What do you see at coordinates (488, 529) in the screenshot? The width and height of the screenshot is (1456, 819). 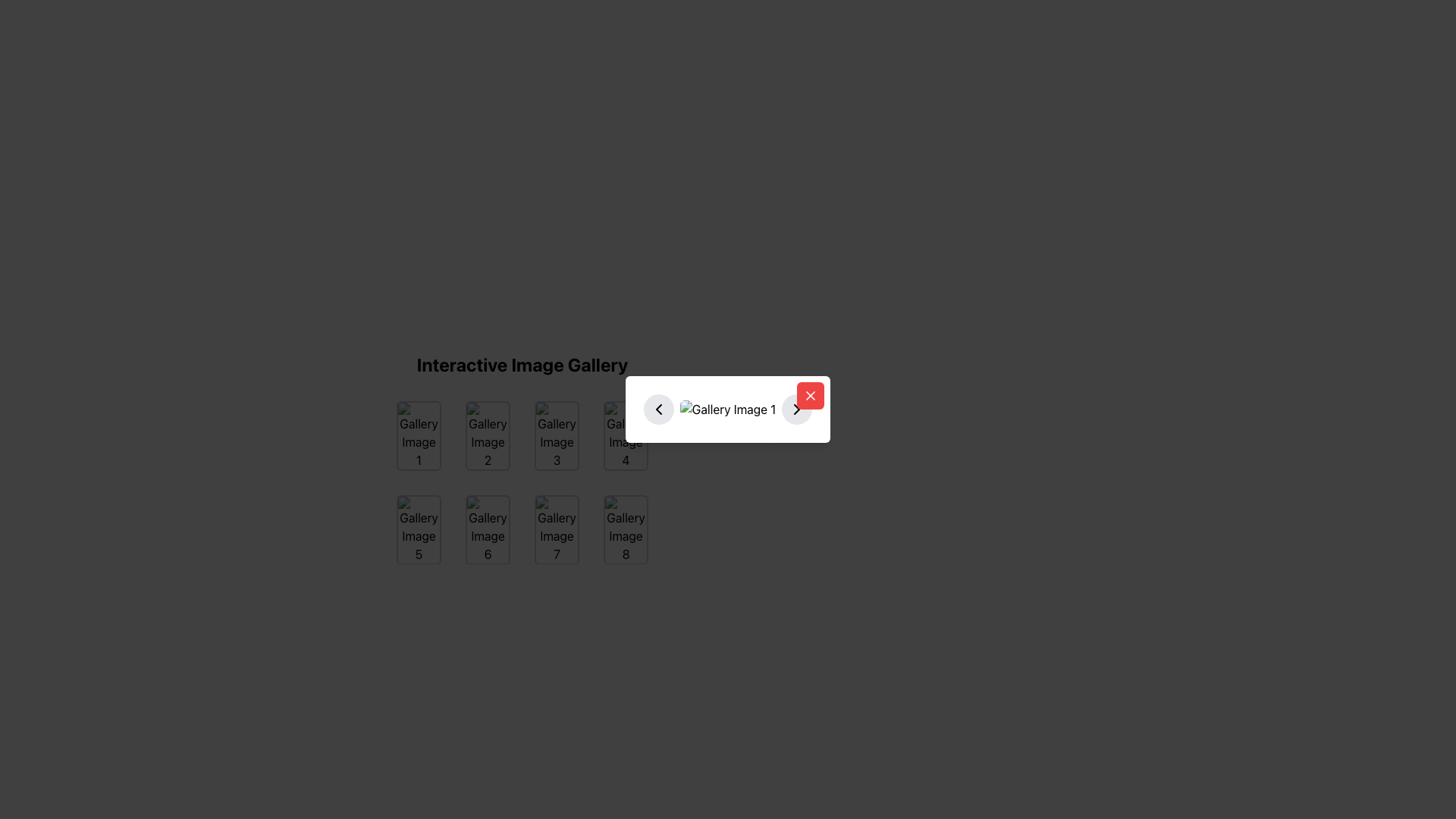 I see `the Thumbnail Image located in the gallery interface, which serves as a clickable element` at bounding box center [488, 529].